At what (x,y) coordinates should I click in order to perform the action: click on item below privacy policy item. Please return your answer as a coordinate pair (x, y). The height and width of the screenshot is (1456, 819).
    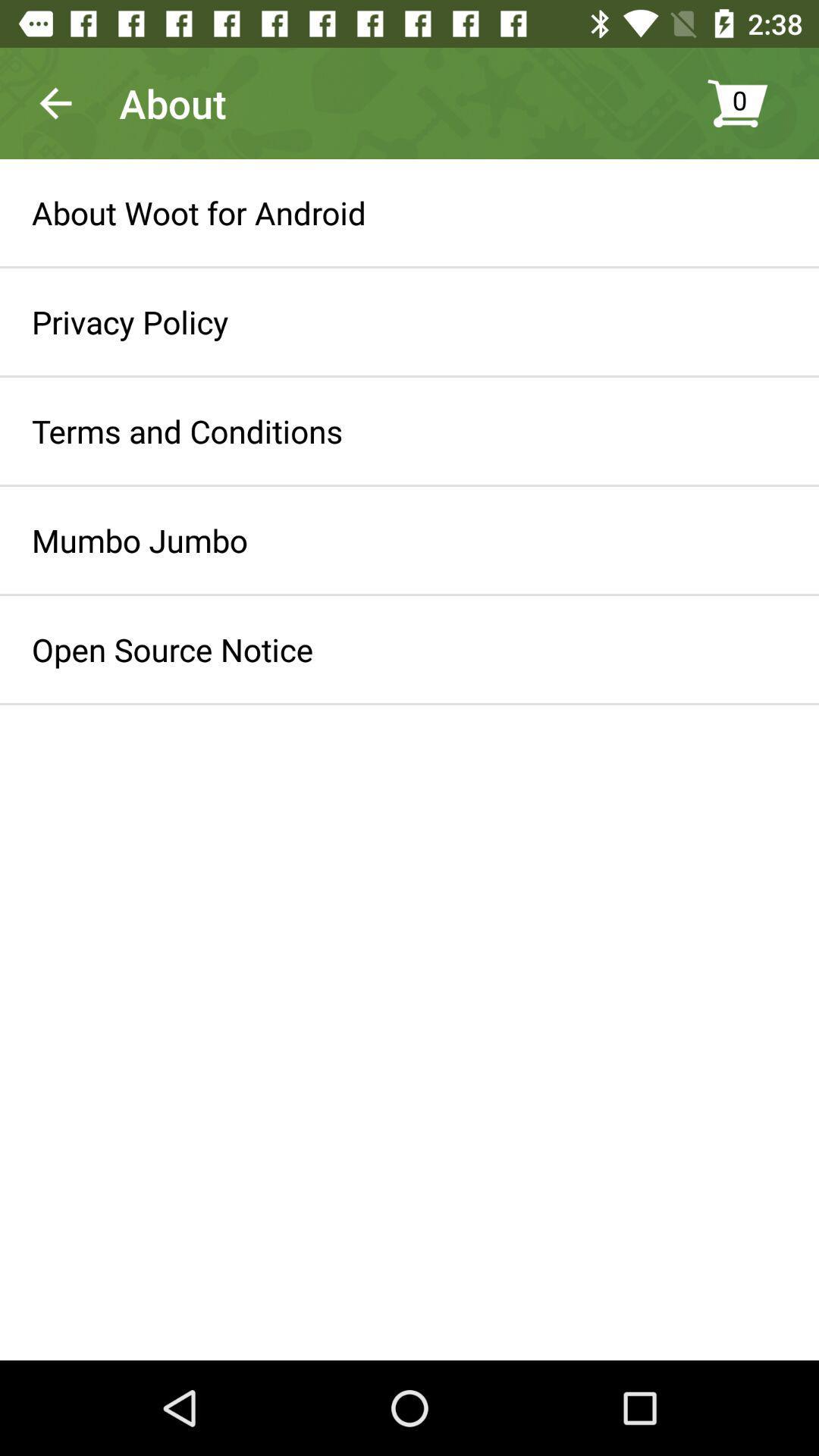
    Looking at the image, I should click on (187, 430).